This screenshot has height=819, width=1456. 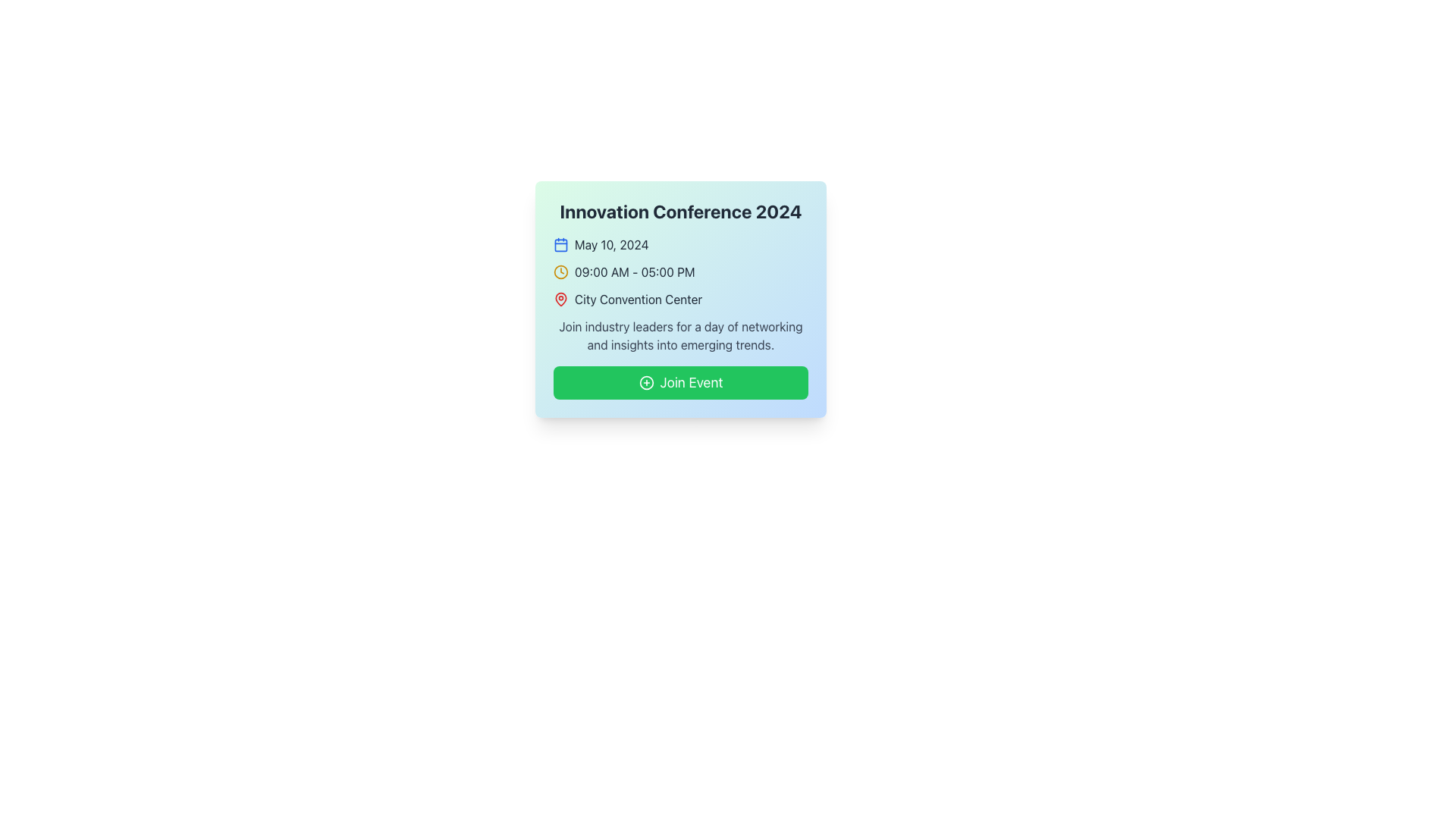 I want to click on the small circular green icon with a plus sign located on the left side of the 'Join Event' button, so click(x=645, y=382).